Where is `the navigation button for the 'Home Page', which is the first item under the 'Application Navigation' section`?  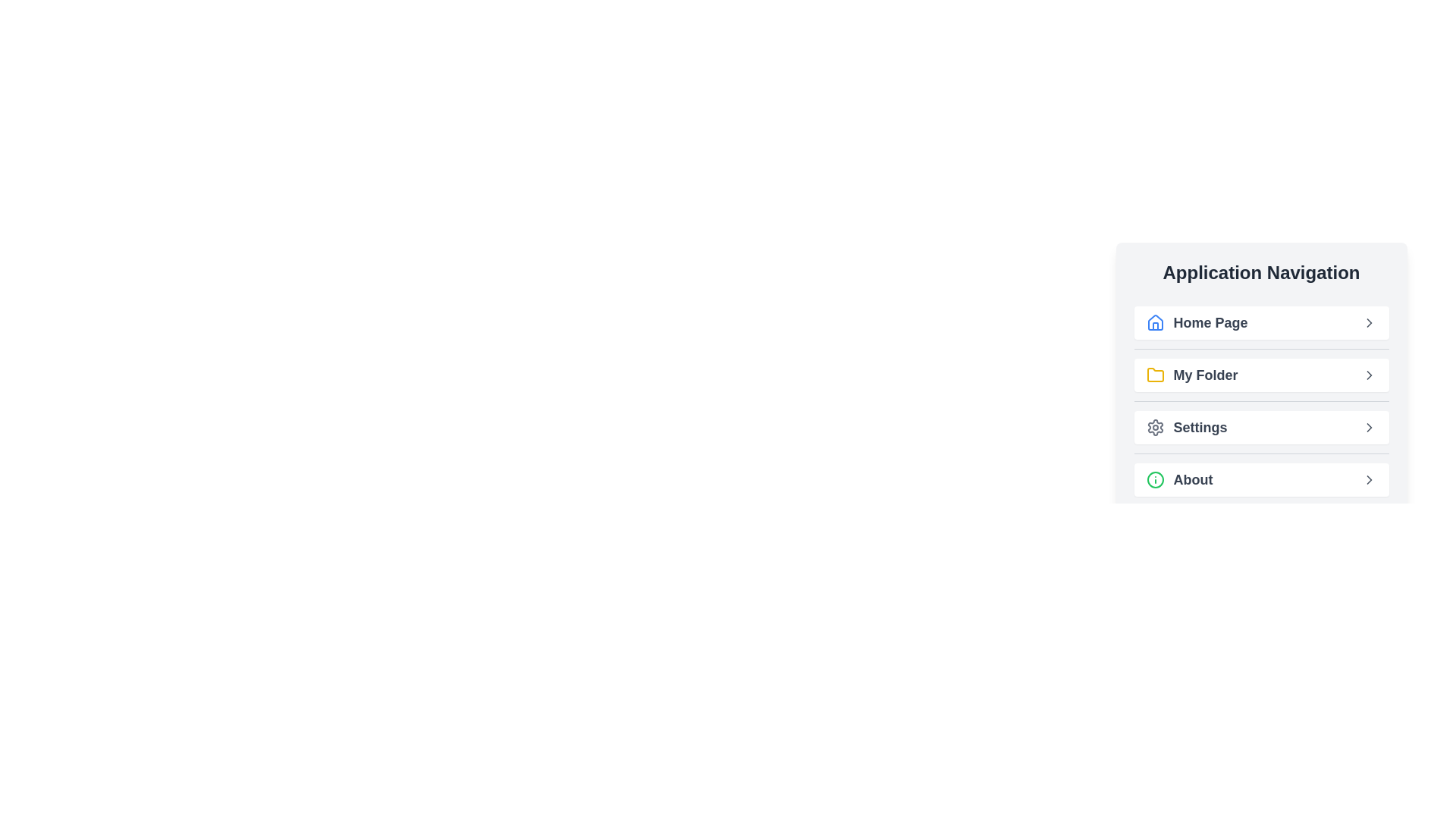 the navigation button for the 'Home Page', which is the first item under the 'Application Navigation' section is located at coordinates (1261, 322).